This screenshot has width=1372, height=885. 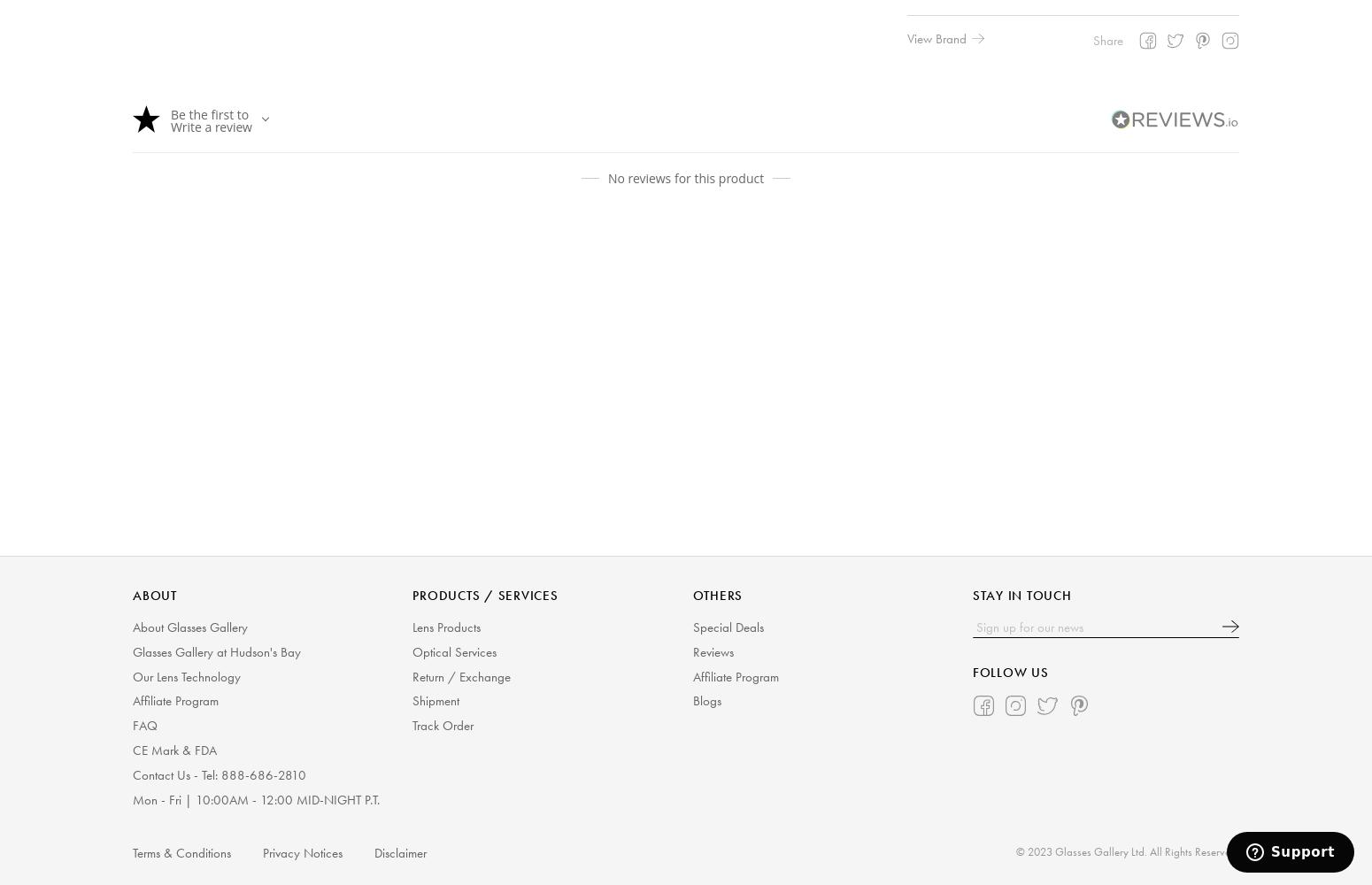 I want to click on '© 2023 Glasses Gallery Ltd. All Rights Reserved.', so click(x=1014, y=850).